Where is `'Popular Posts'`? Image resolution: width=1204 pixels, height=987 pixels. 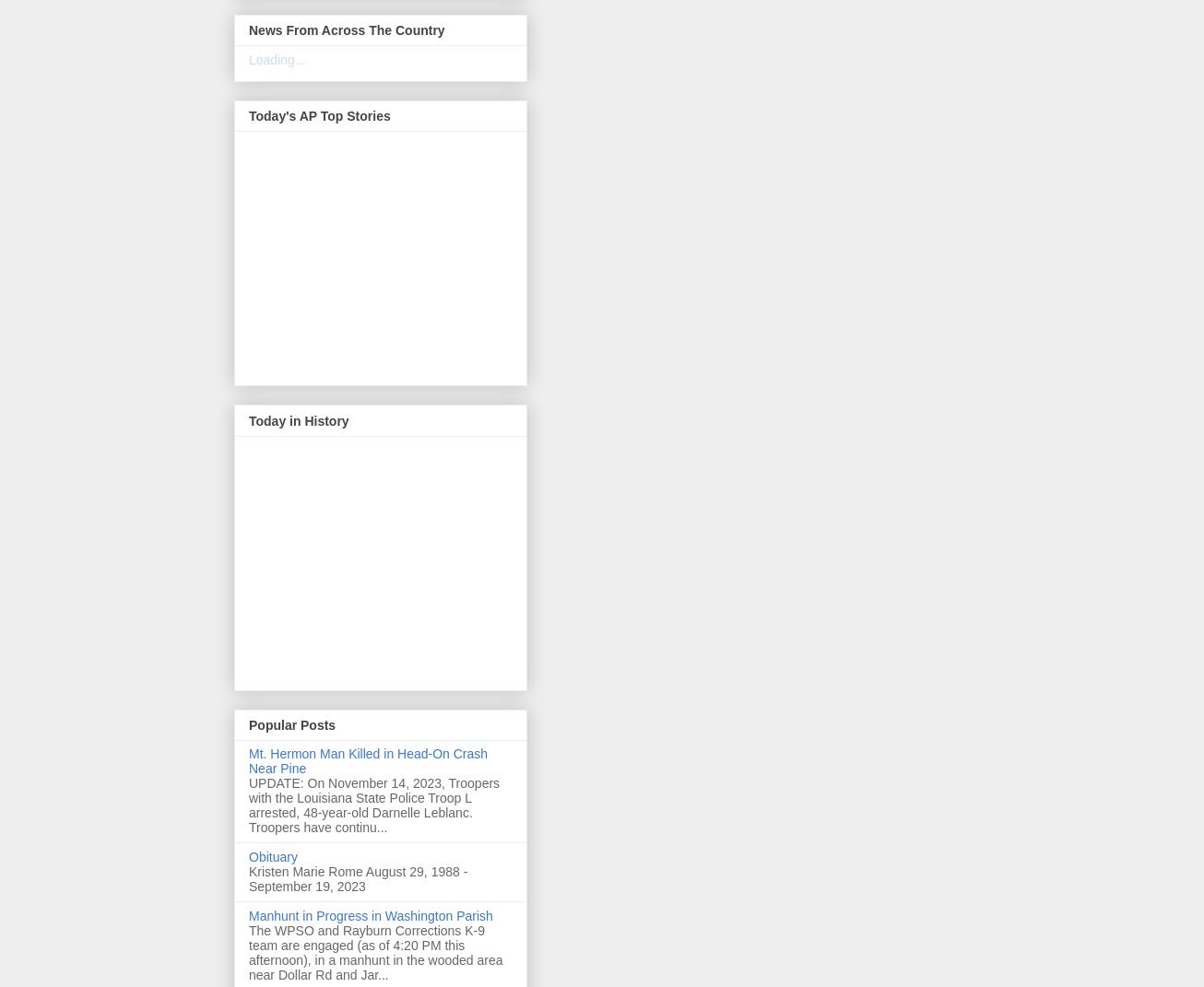 'Popular Posts' is located at coordinates (248, 723).